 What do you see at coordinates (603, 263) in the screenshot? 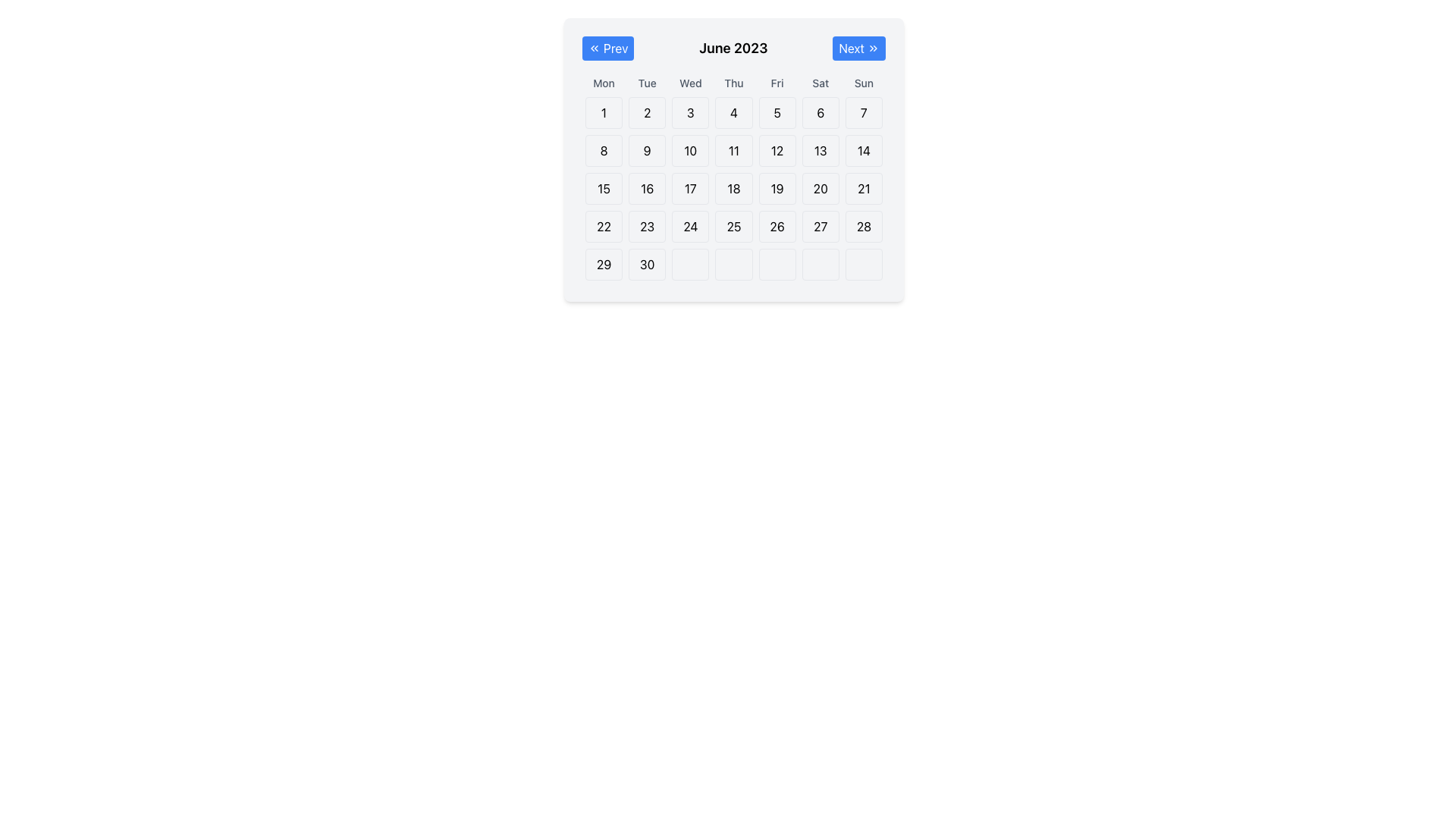
I see `the date selector button for the 29th day of the month` at bounding box center [603, 263].